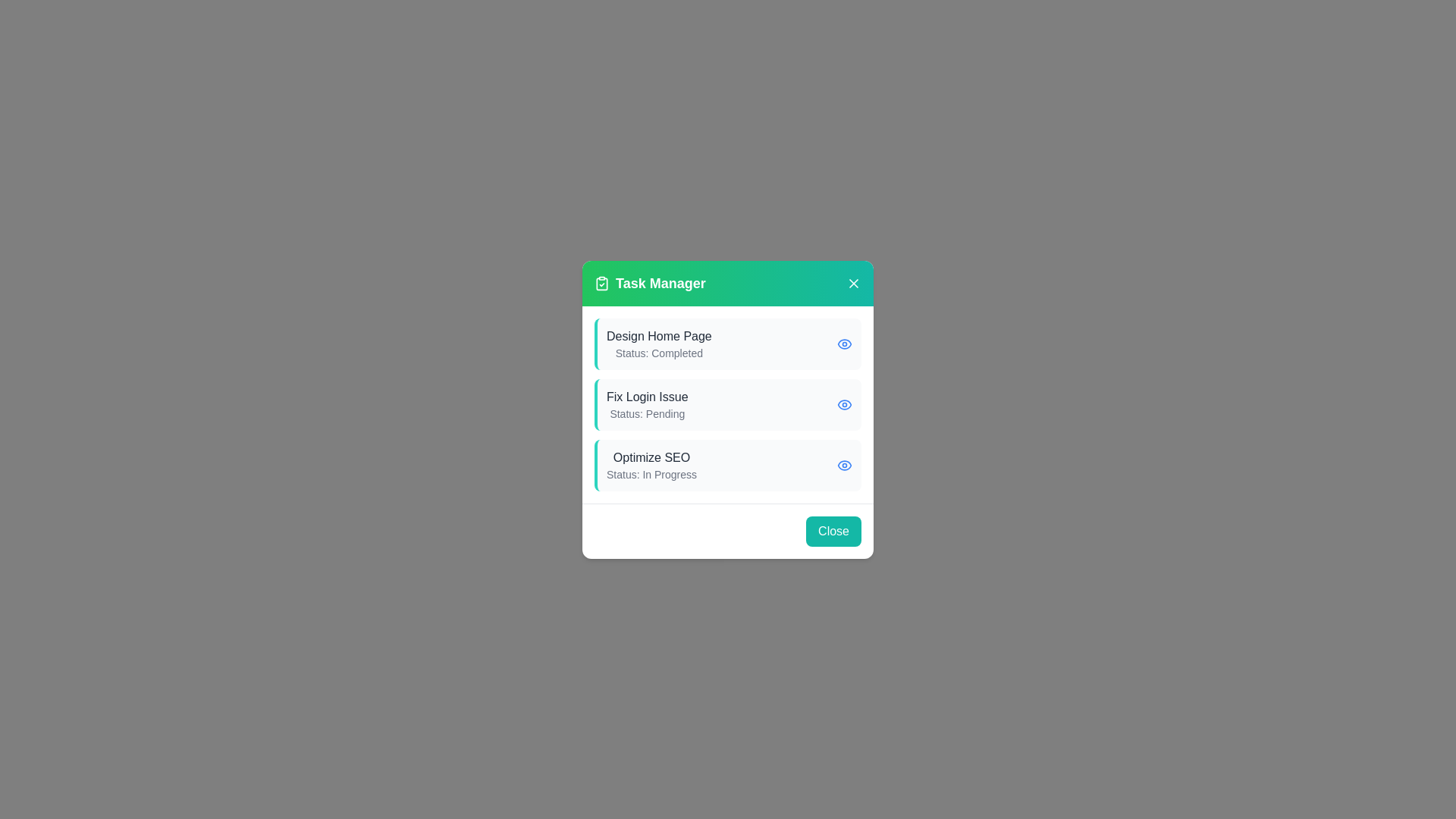 The width and height of the screenshot is (1456, 819). Describe the element at coordinates (647, 403) in the screenshot. I see `the text display component that shows the task title 'Fix Login Issue' and its status 'Status: Pending', located within the second card of the 'Task Manager' dialog` at that location.